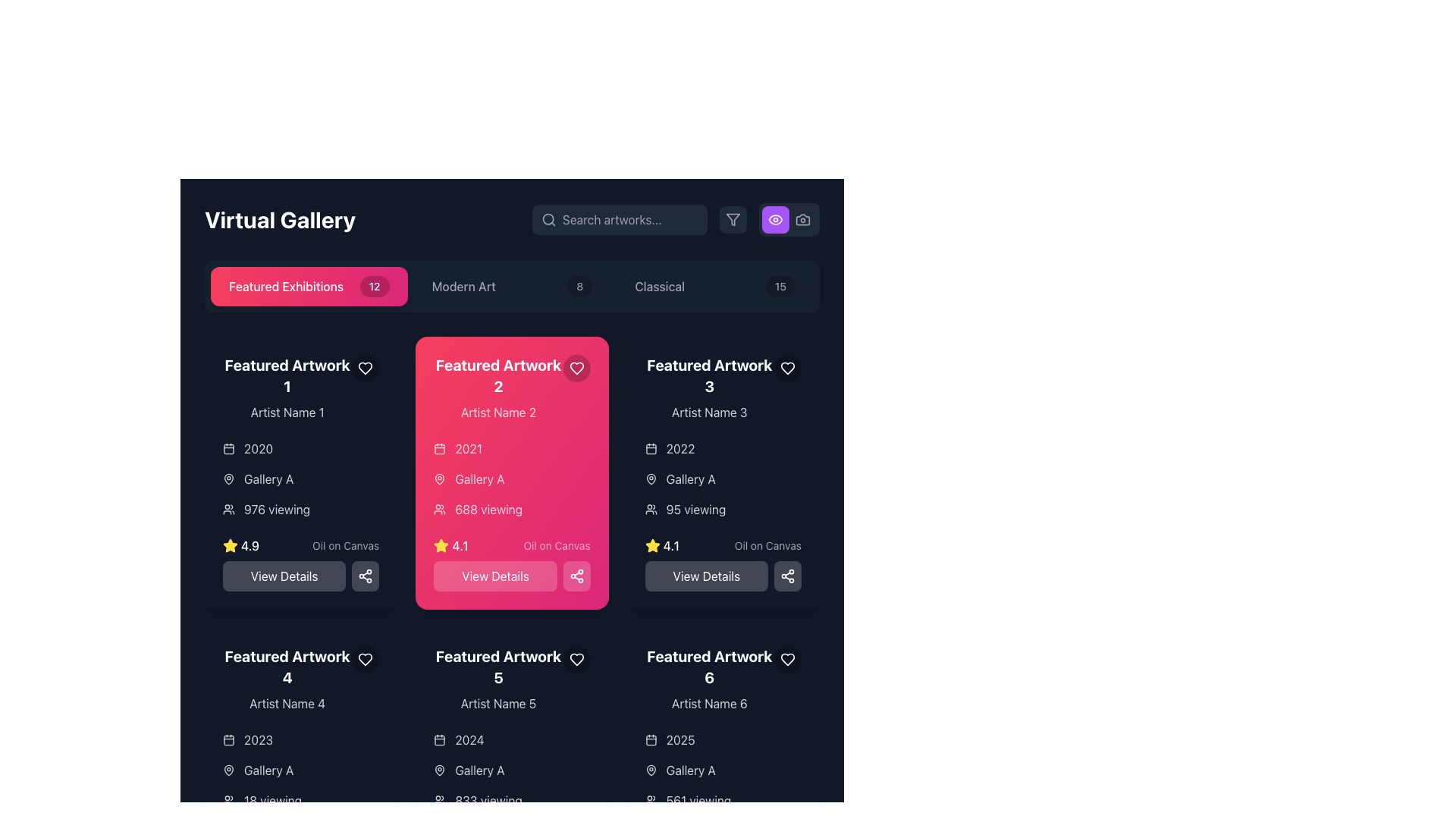 The image size is (1456, 819). Describe the element at coordinates (787, 369) in the screenshot. I see `the circular button with a heart icon located` at that location.